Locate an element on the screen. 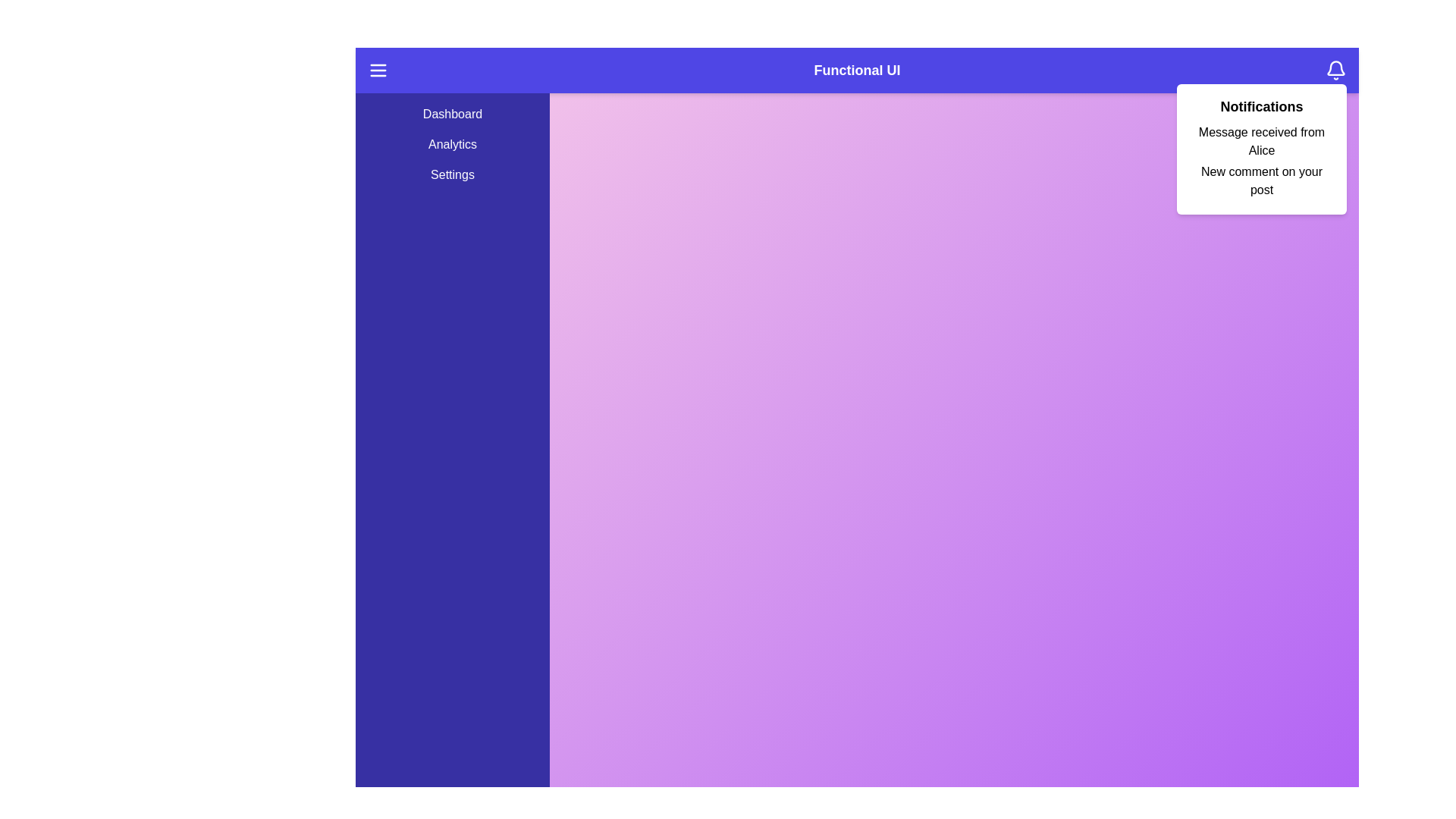 The image size is (1456, 819). the menu item Settings from the side menu is located at coordinates (451, 174).